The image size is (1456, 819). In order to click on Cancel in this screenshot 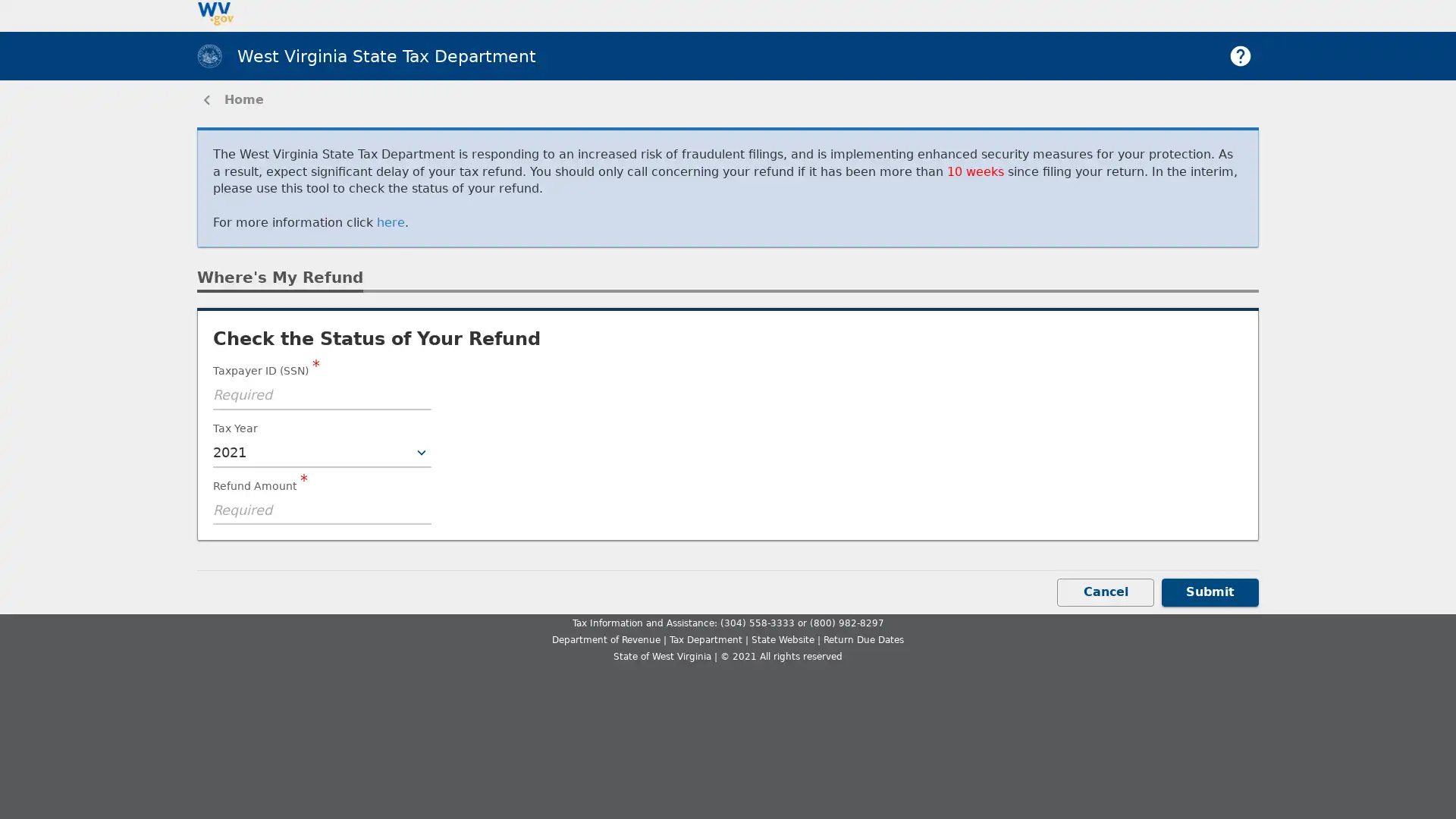, I will do `click(1106, 591)`.